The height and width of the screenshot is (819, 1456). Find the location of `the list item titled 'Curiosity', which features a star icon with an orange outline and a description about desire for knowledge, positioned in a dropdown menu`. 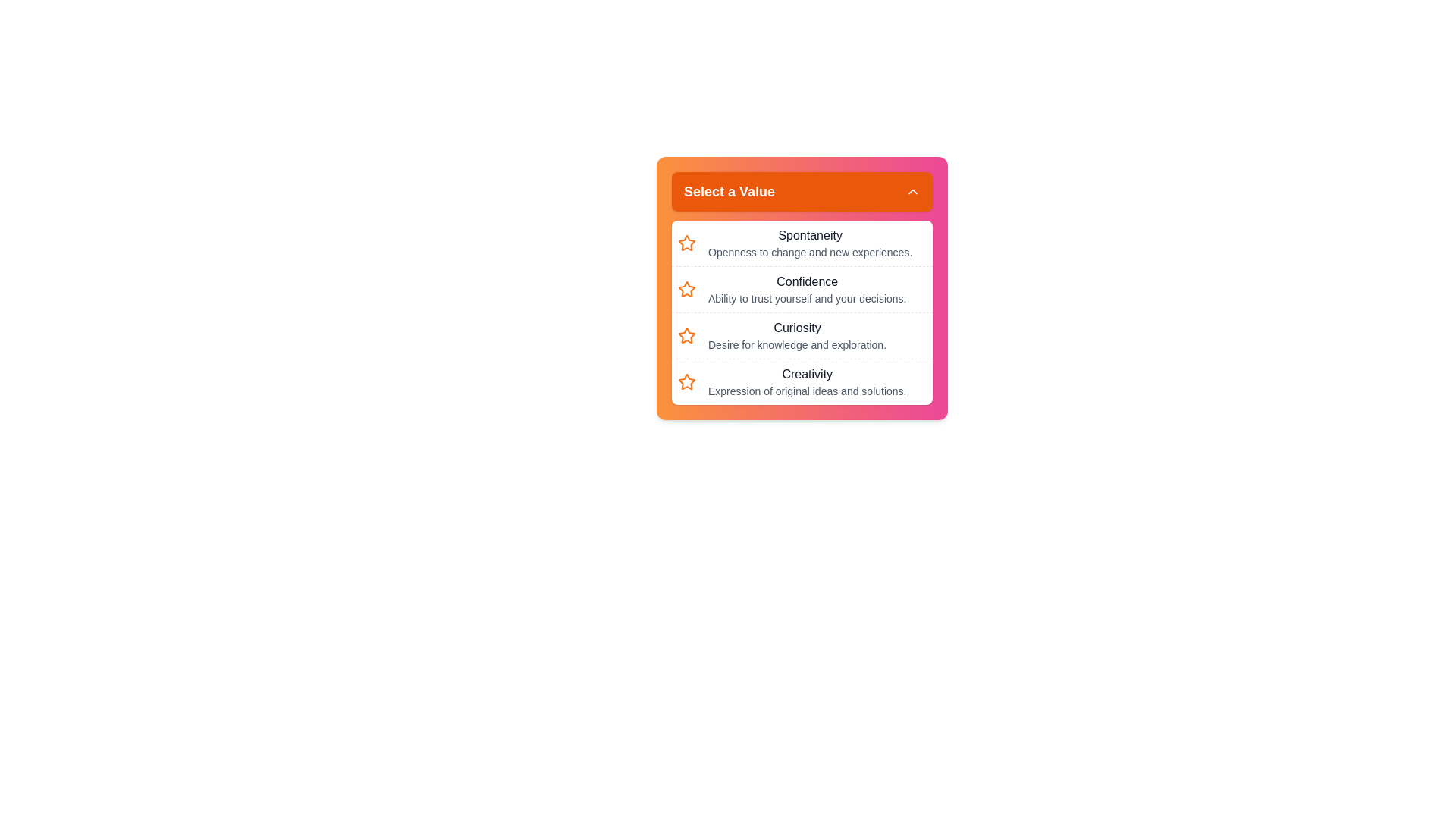

the list item titled 'Curiosity', which features a star icon with an orange outline and a description about desire for knowledge, positioned in a dropdown menu is located at coordinates (801, 334).